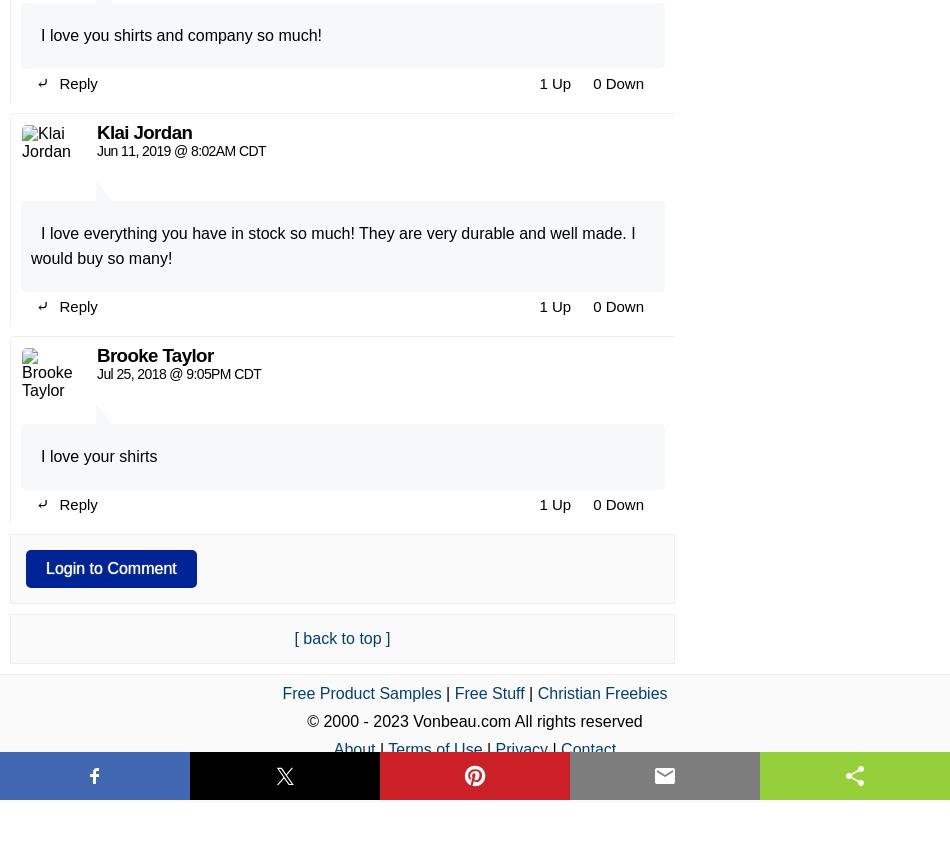  I want to click on 'Terms of Use', so click(434, 248).